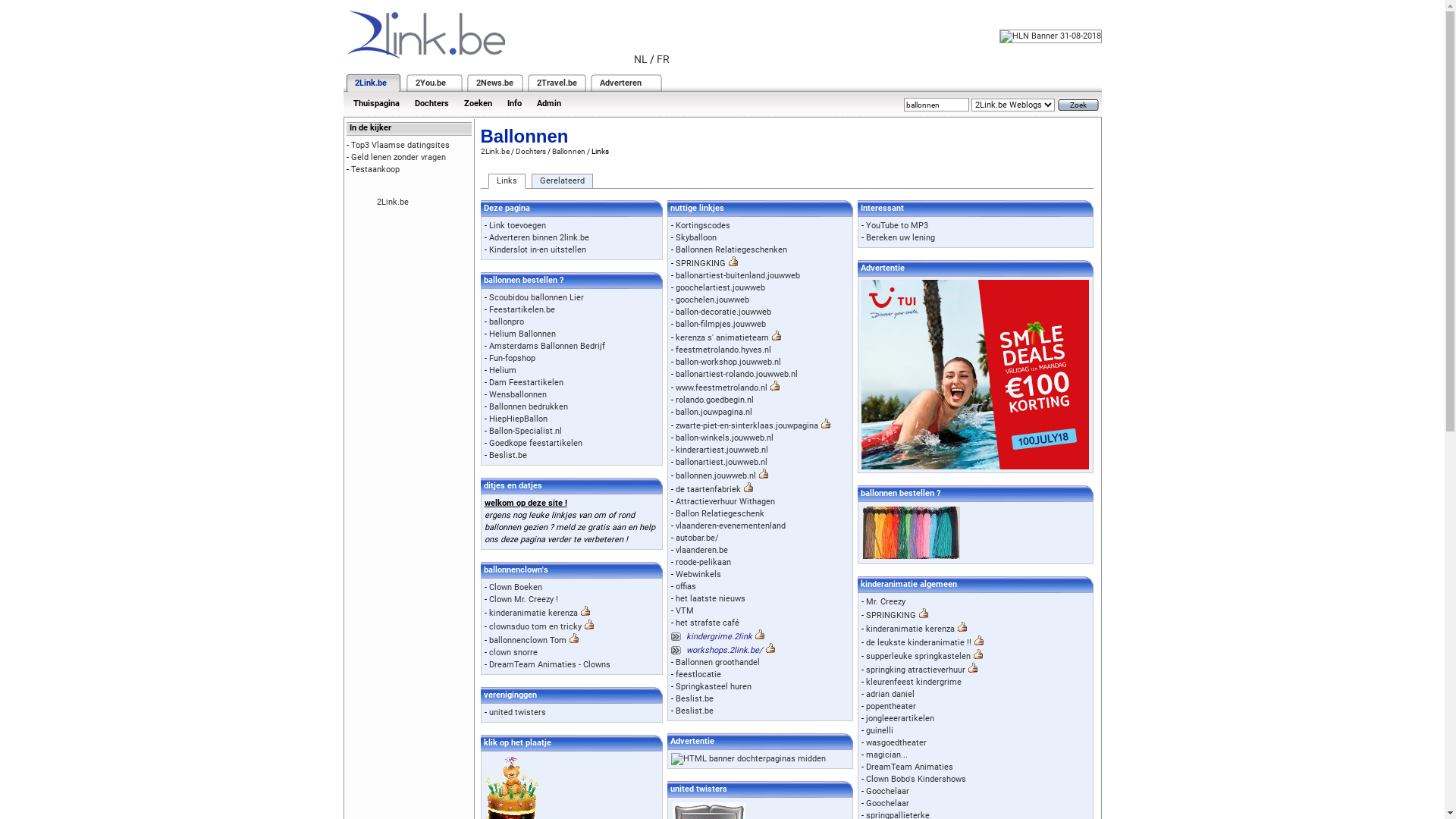 This screenshot has height=819, width=1456. I want to click on 'Webwinkels', so click(698, 574).